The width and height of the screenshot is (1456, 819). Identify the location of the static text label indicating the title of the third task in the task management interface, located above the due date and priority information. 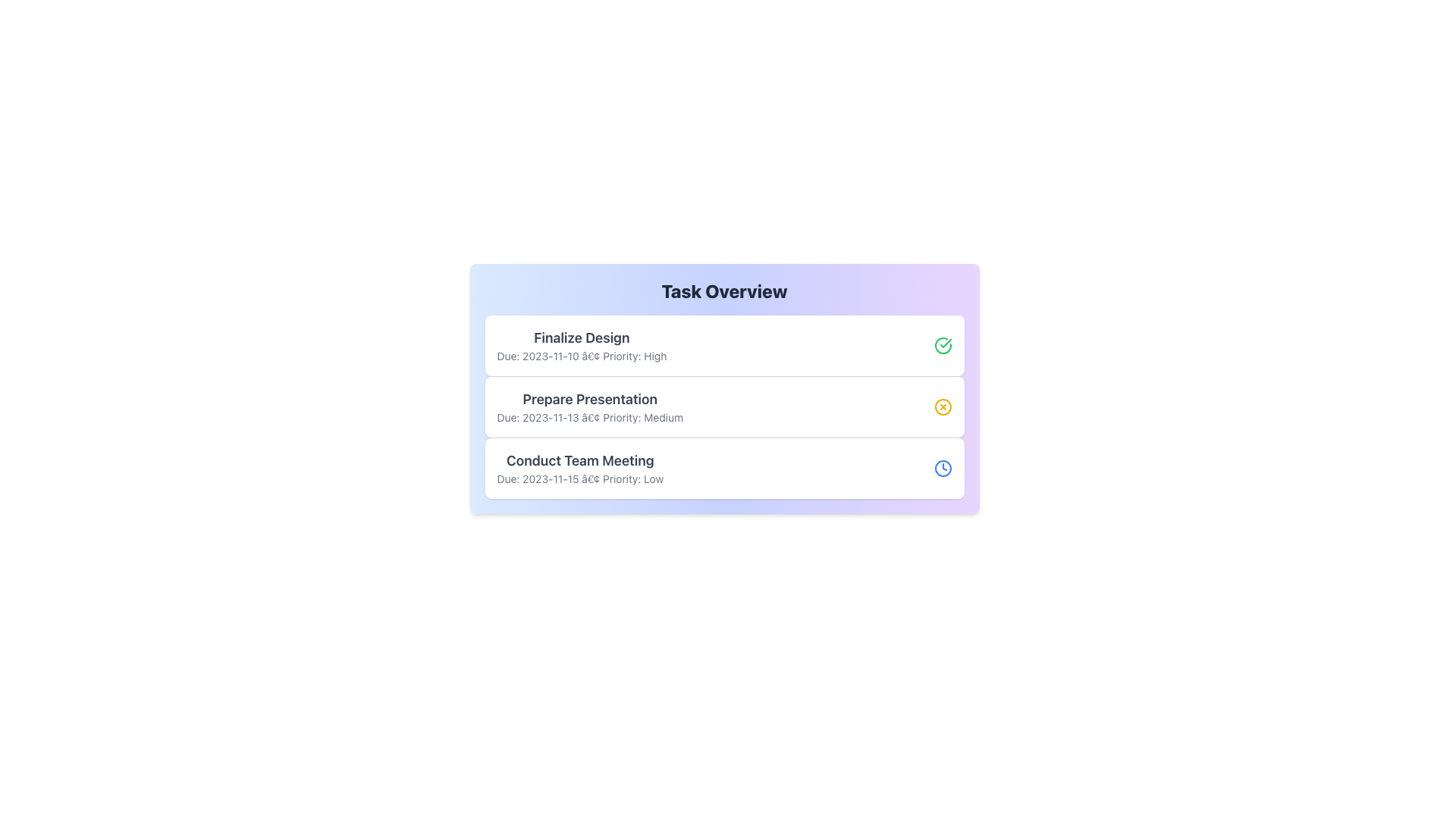
(579, 460).